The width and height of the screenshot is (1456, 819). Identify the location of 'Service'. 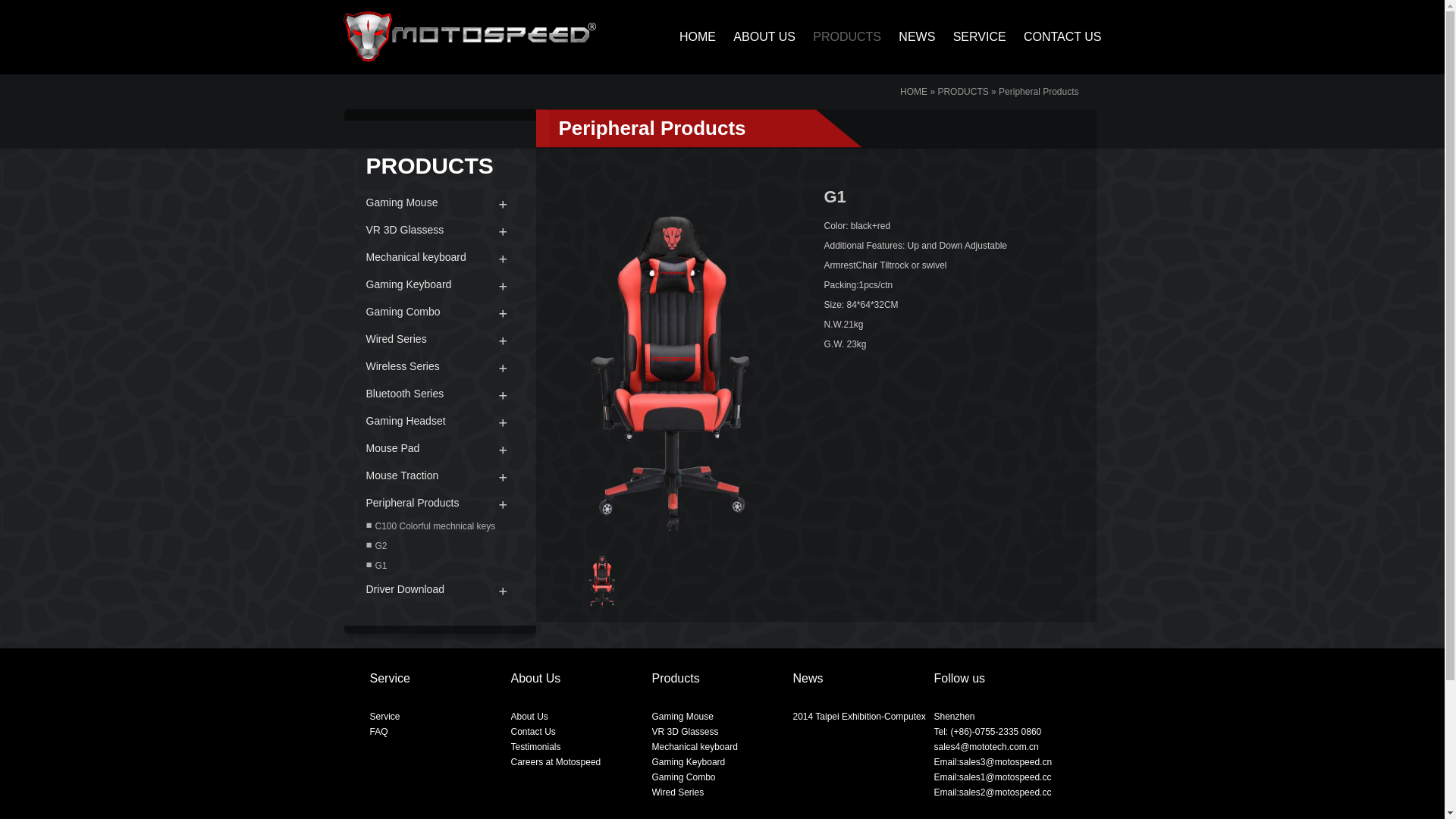
(370, 717).